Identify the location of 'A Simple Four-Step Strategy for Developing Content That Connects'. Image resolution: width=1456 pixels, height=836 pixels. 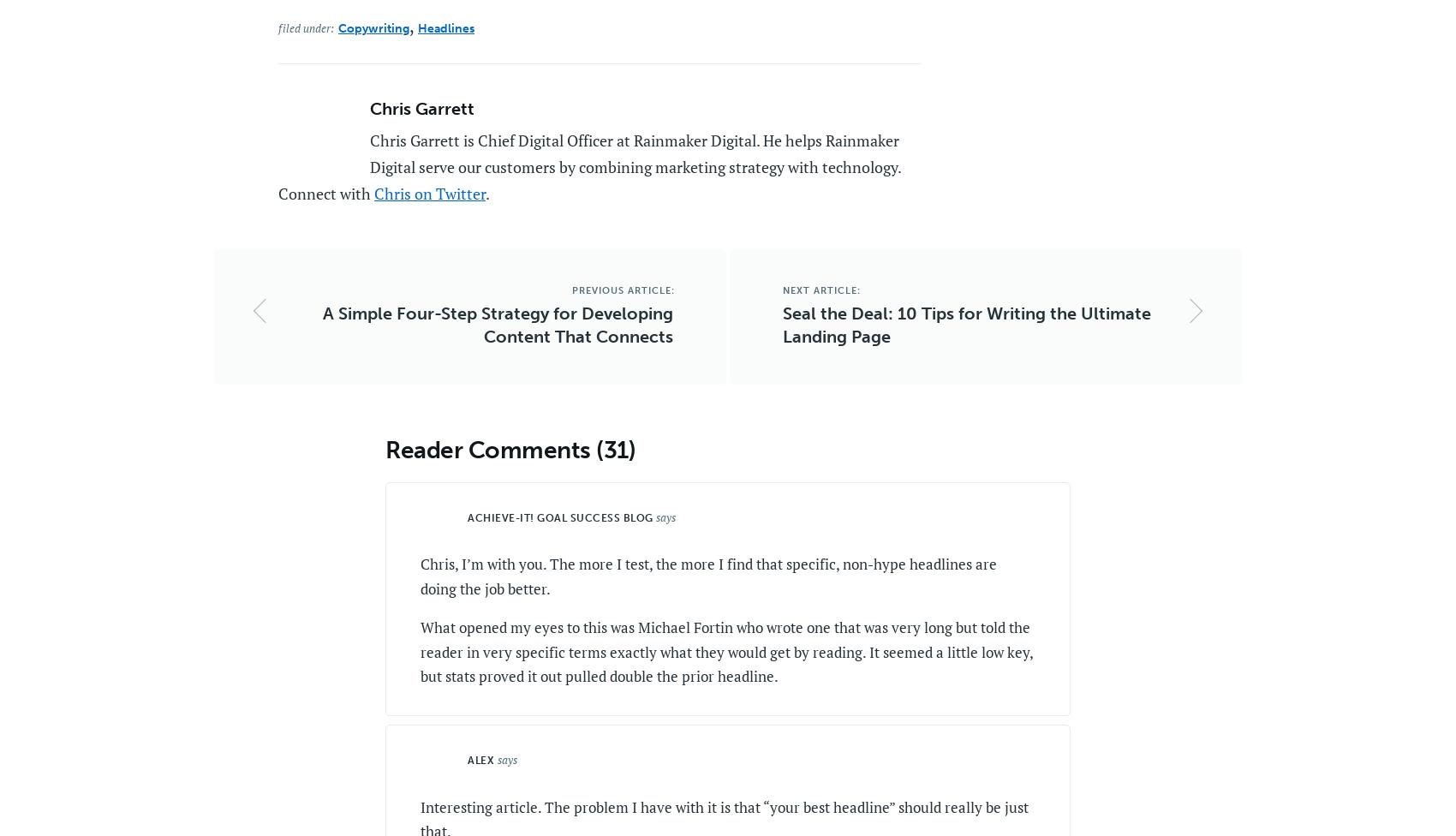
(321, 324).